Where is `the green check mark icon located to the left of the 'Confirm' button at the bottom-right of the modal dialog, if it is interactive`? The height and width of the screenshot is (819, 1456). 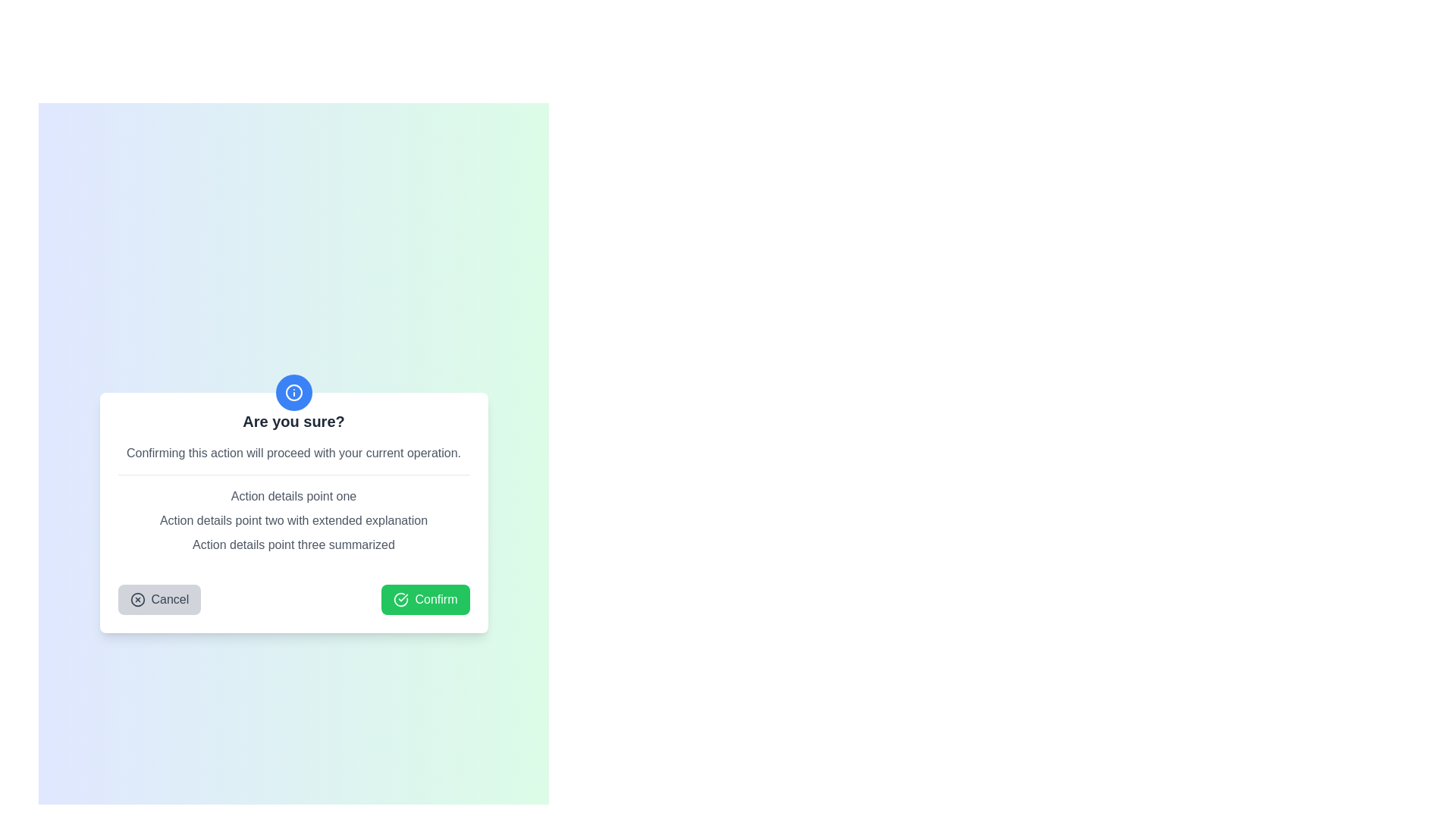 the green check mark icon located to the left of the 'Confirm' button at the bottom-right of the modal dialog, if it is interactive is located at coordinates (401, 598).